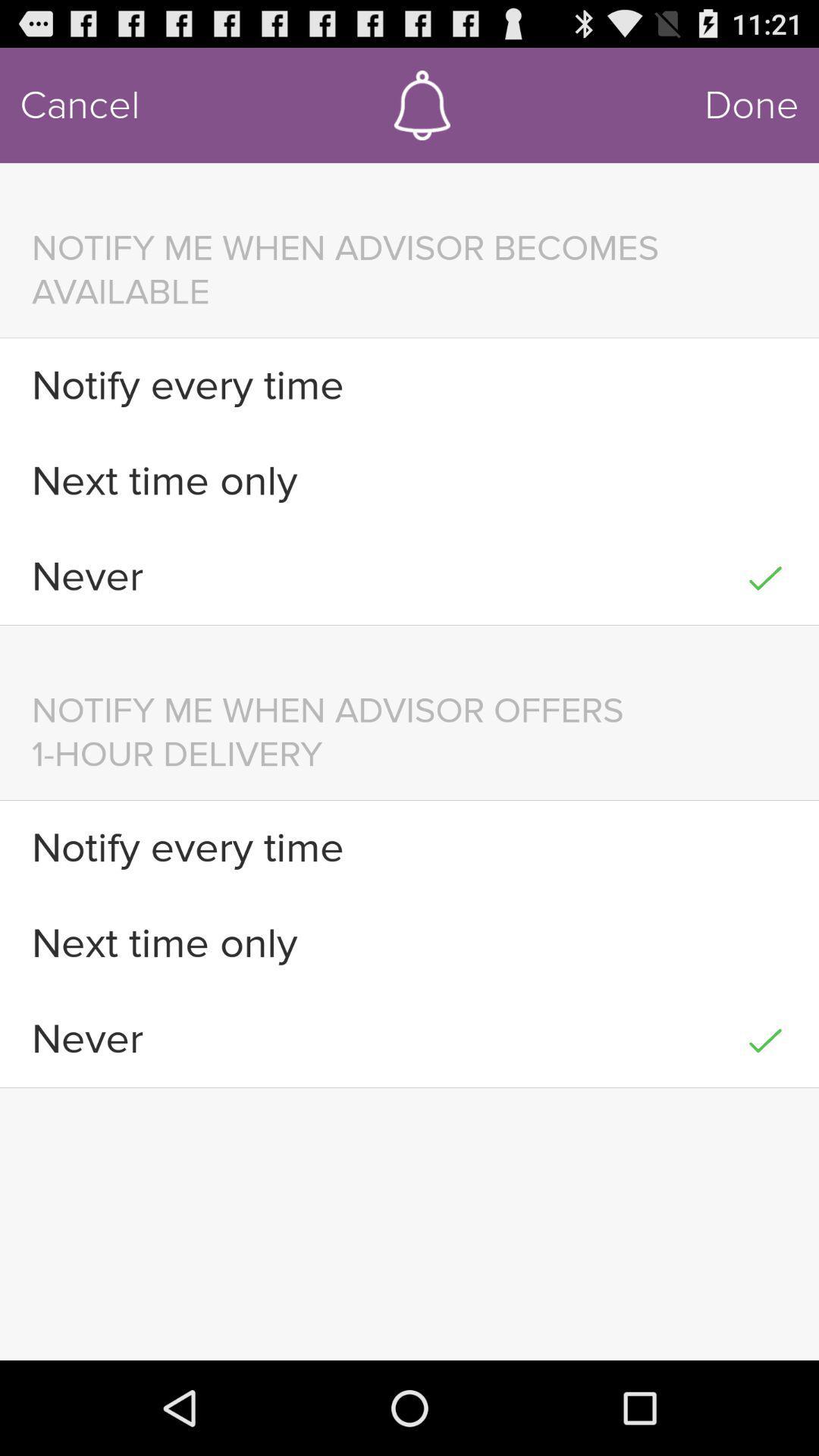 This screenshot has height=1456, width=819. I want to click on the icon next to notify every time item, so click(765, 385).